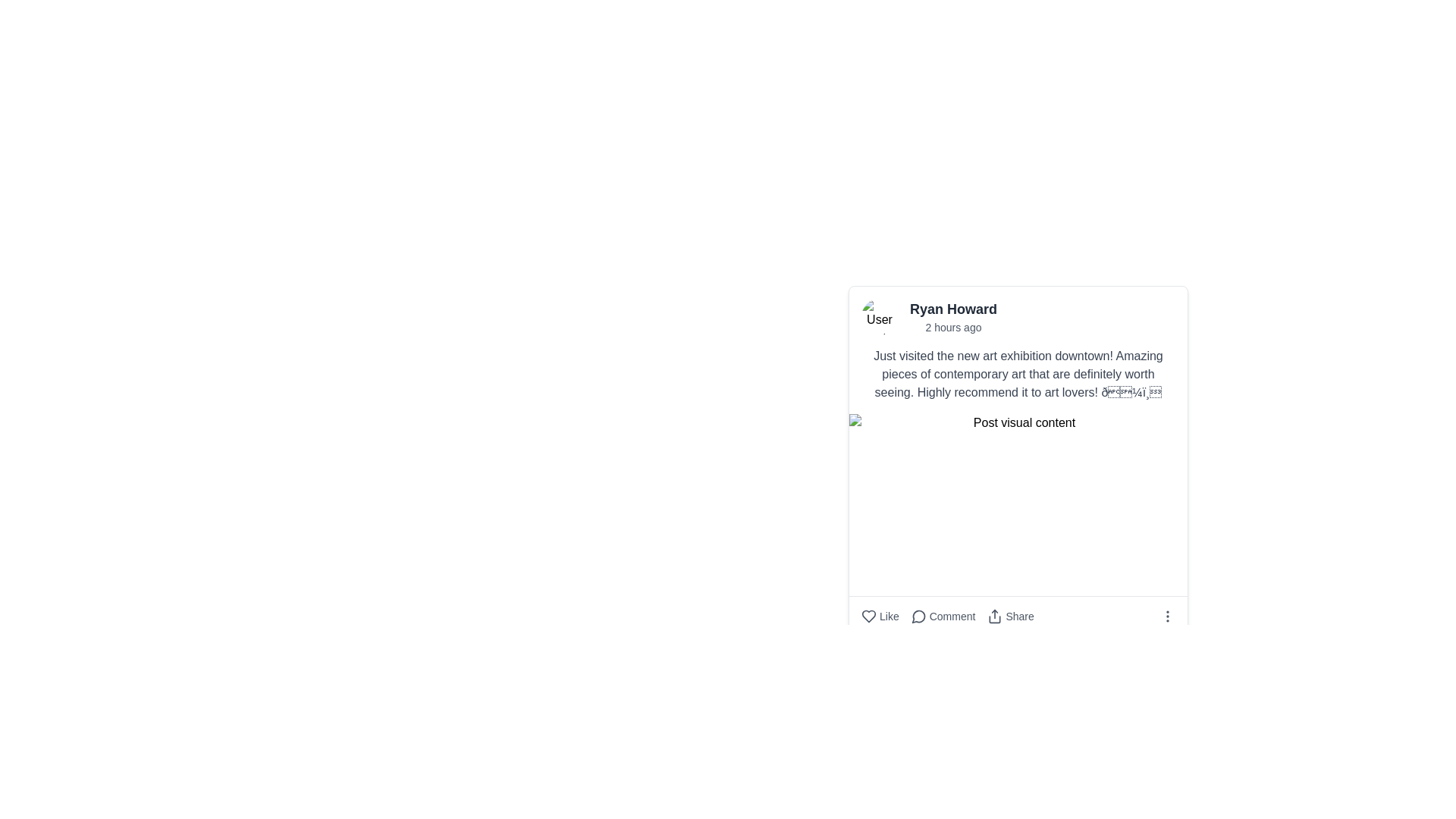 This screenshot has width=1456, height=819. What do you see at coordinates (918, 617) in the screenshot?
I see `the comment indicator icon located at the bottom of the post` at bounding box center [918, 617].